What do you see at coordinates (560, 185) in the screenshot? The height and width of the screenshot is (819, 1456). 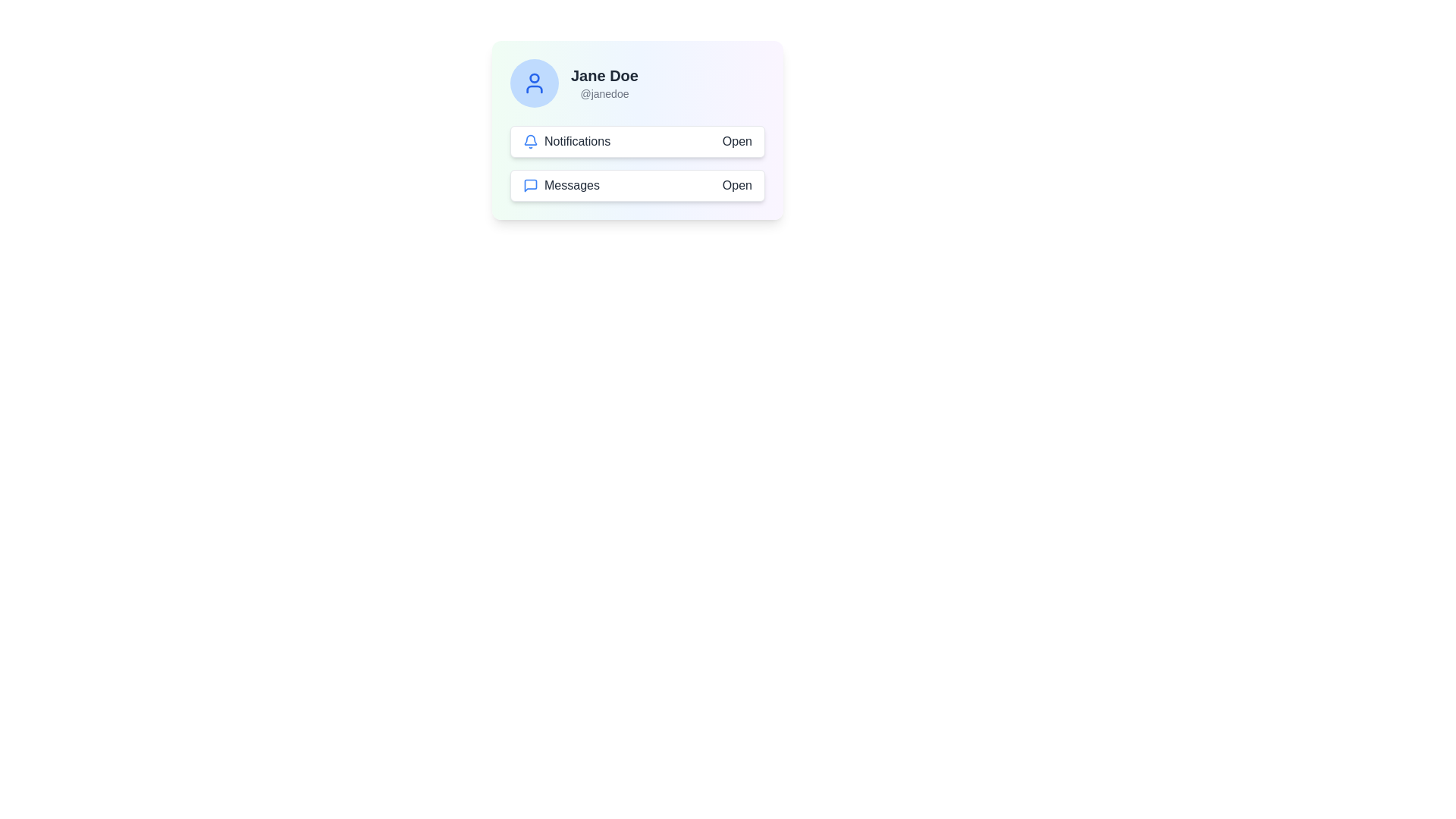 I see `the 'Messages' text label, which is black and positioned next to a blue chat bubble icon within the 'MessagesOpen' group` at bounding box center [560, 185].